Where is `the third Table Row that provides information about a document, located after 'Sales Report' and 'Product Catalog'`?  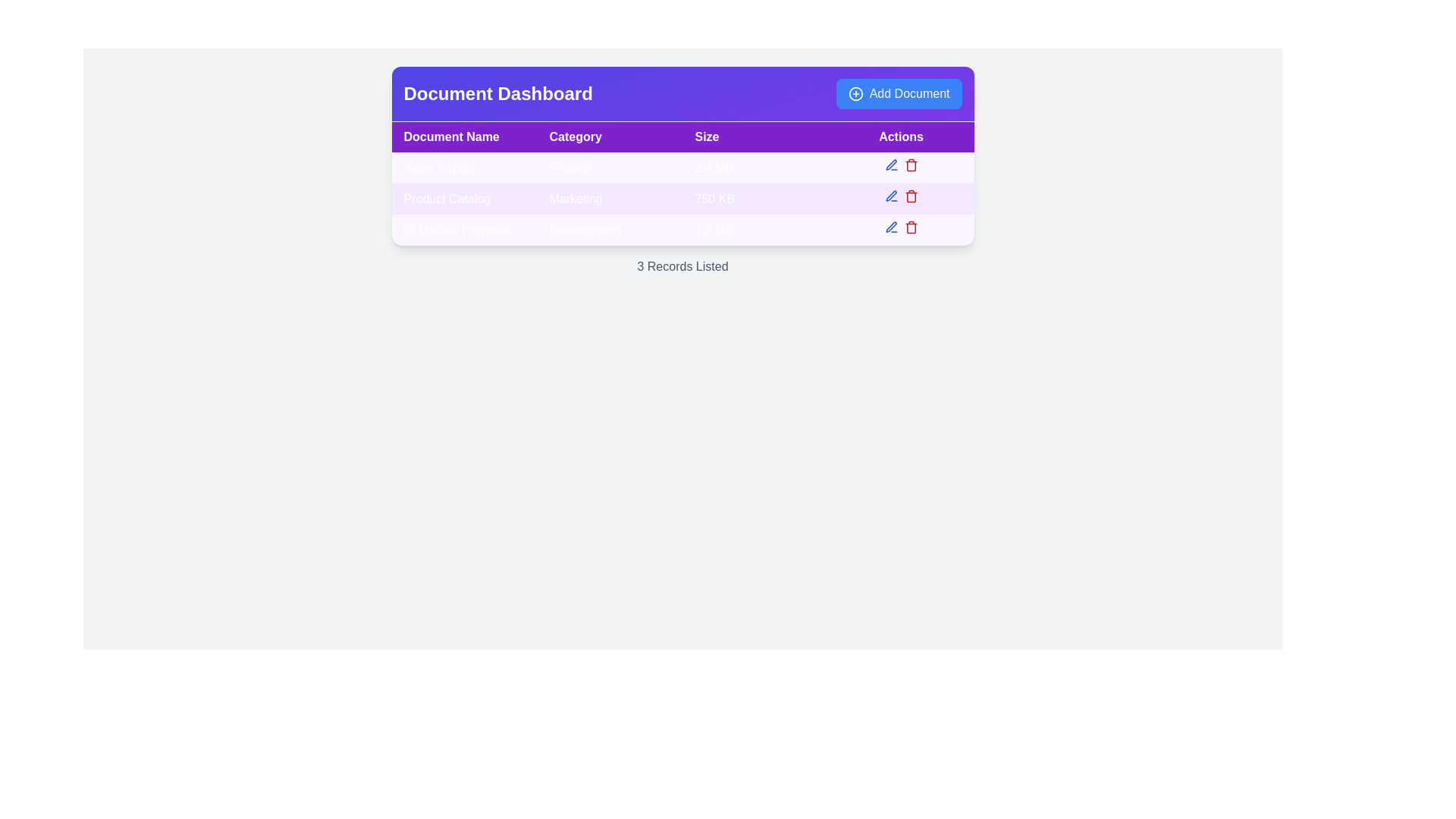 the third Table Row that provides information about a document, located after 'Sales Report' and 'Product Catalog' is located at coordinates (682, 230).